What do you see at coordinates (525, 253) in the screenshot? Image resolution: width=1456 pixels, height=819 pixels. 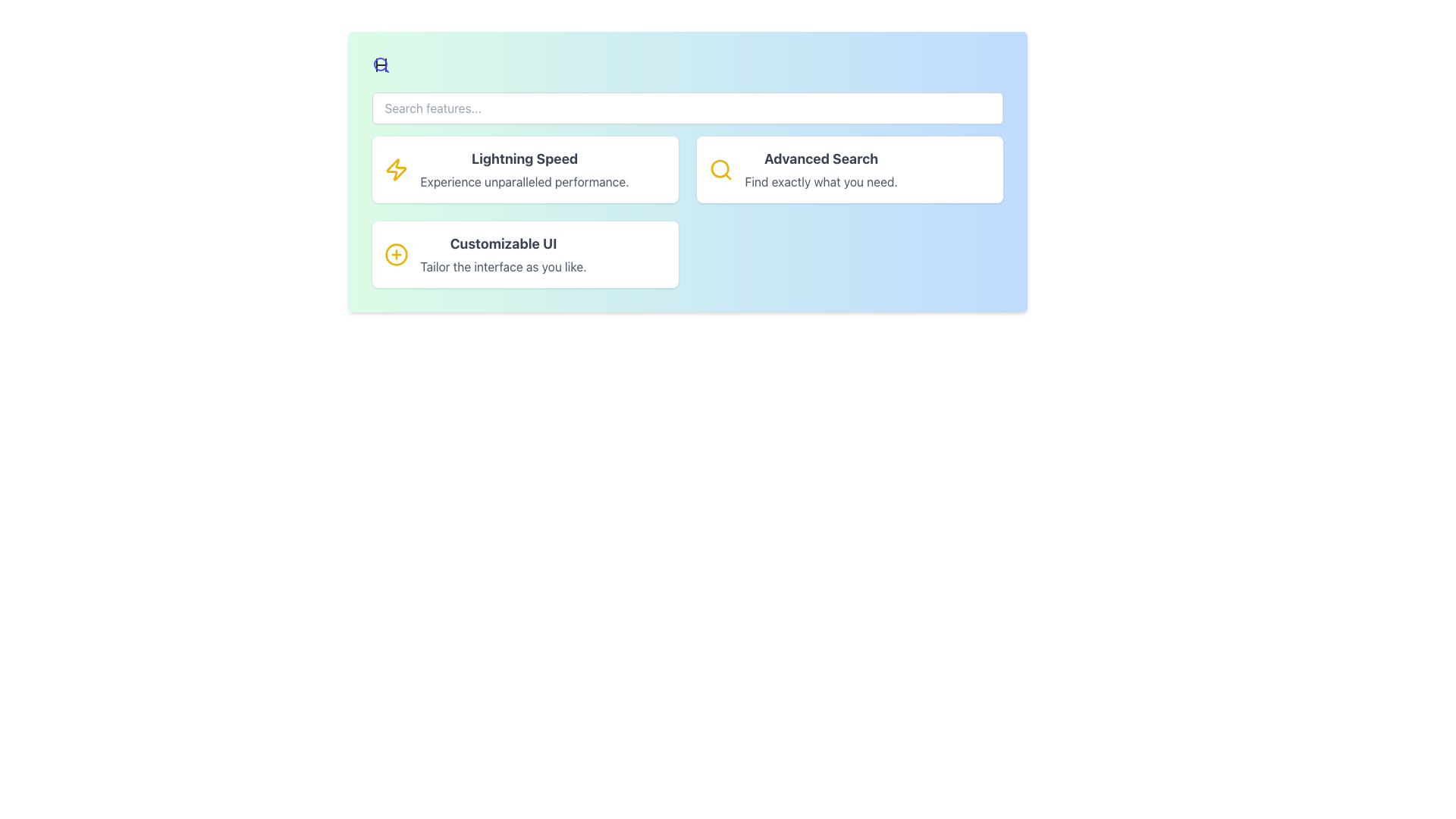 I see `the third information card in the grid layout that highlights the customizable user interface feature, located in the bottom-left quadrant of the grid` at bounding box center [525, 253].